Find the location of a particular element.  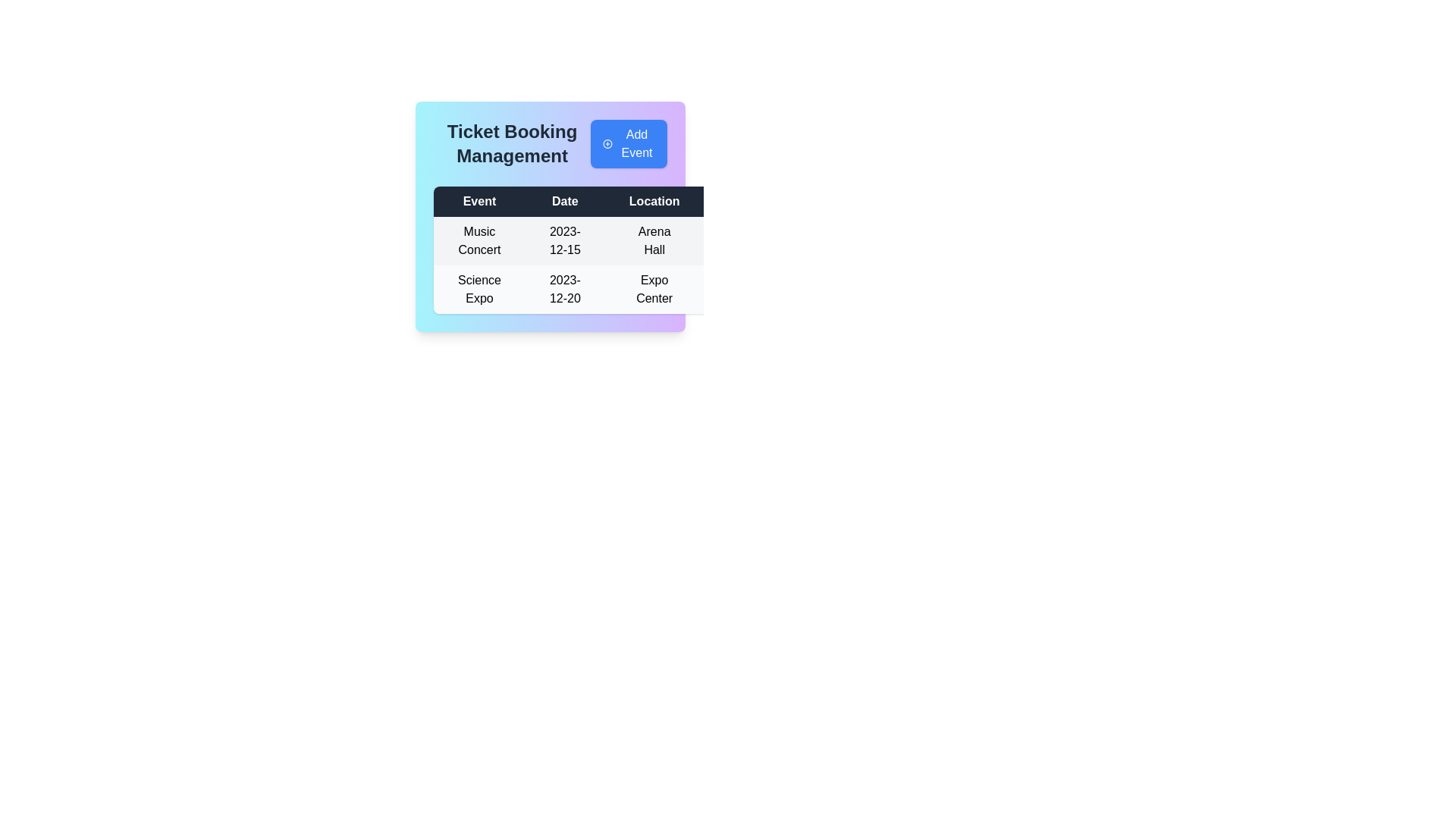

the static text label 'Event', which is the first element in a row of headers at the top of a tabular interface, styled with a dark background and light-colored text is located at coordinates (479, 201).